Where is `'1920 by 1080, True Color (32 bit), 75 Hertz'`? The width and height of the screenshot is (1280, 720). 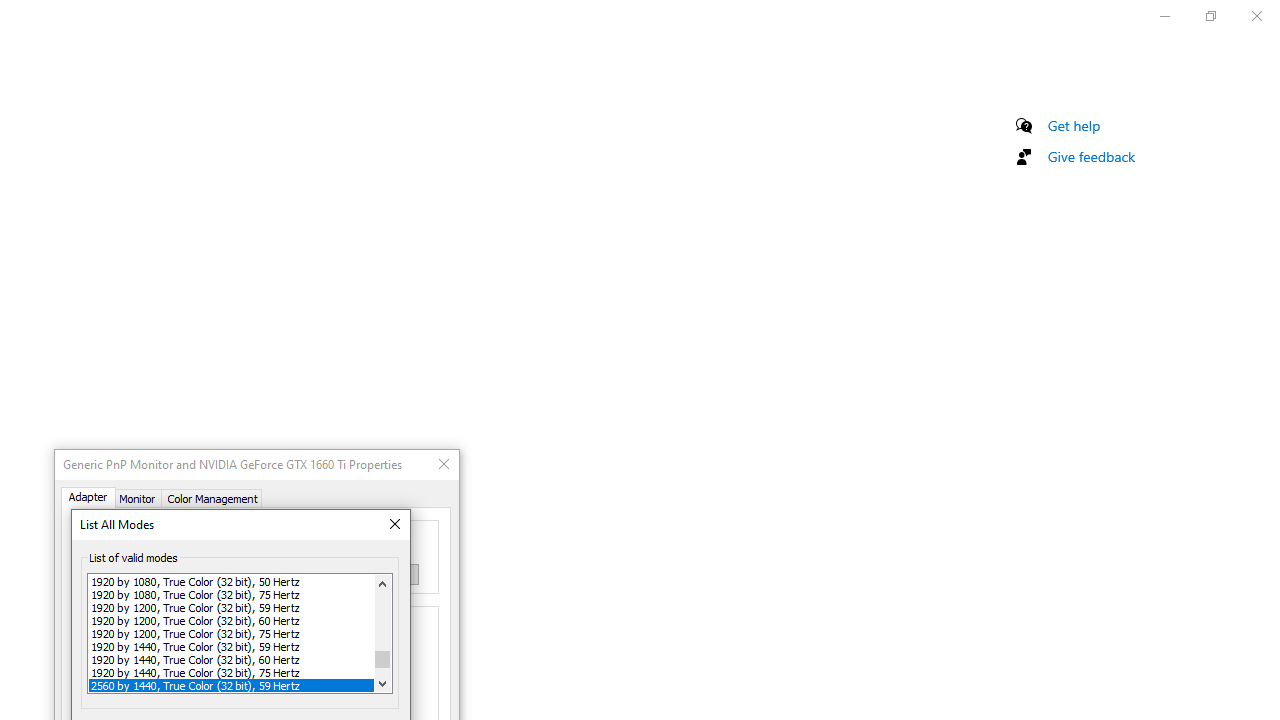 '1920 by 1080, True Color (32 bit), 75 Hertz' is located at coordinates (231, 593).